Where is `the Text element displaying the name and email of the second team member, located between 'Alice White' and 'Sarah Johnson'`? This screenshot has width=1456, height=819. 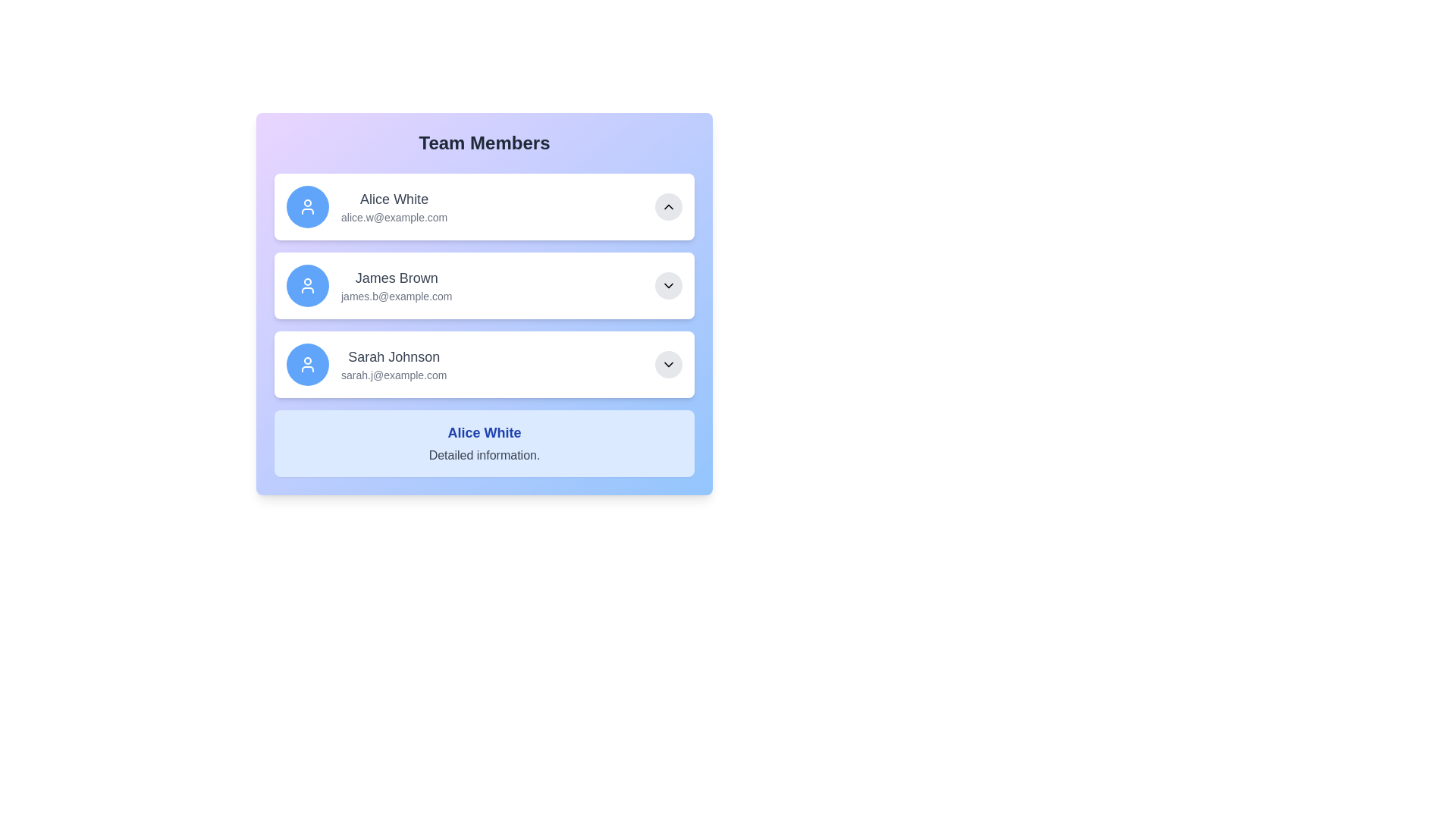 the Text element displaying the name and email of the second team member, located between 'Alice White' and 'Sarah Johnson' is located at coordinates (397, 286).